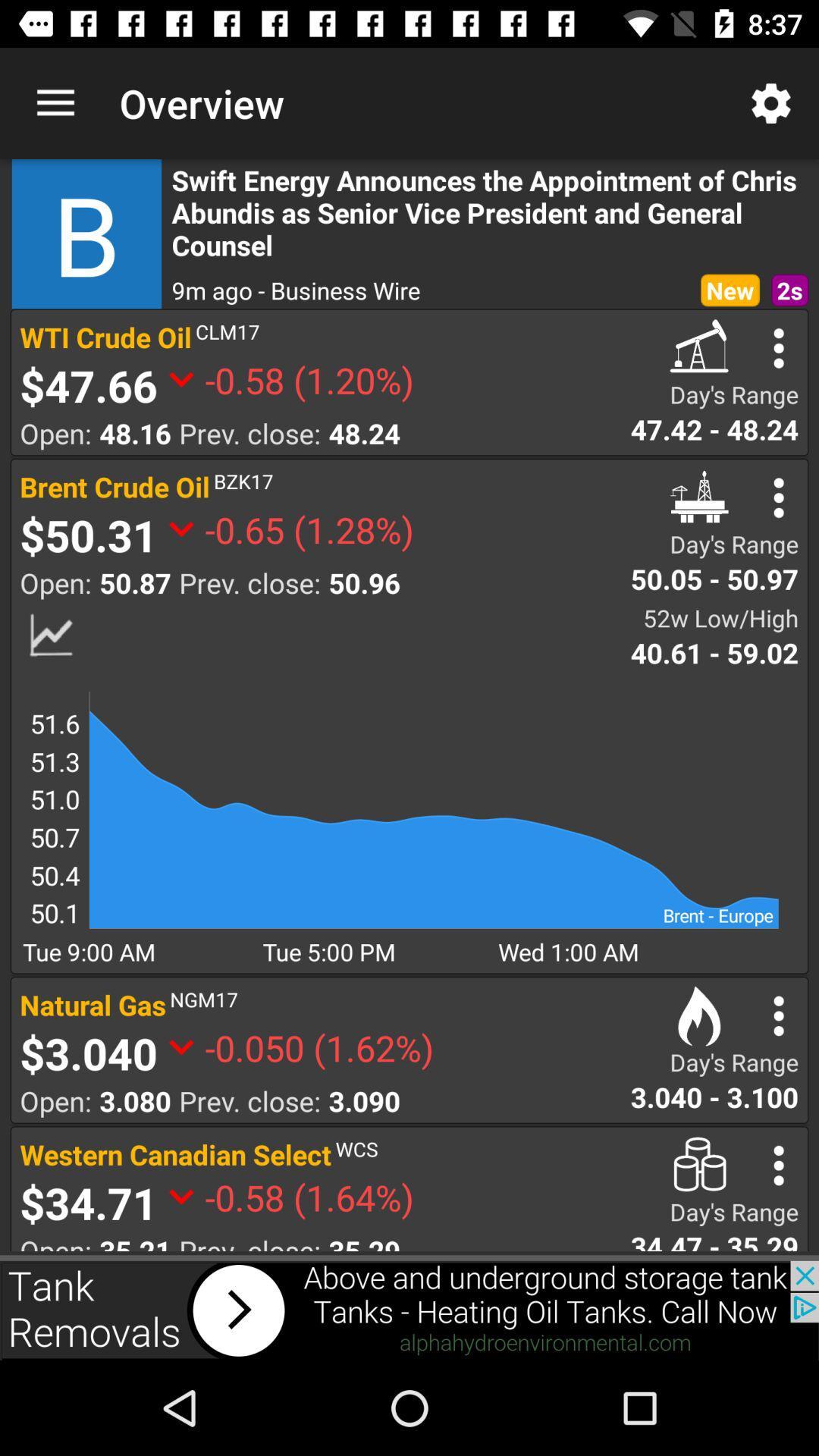 Image resolution: width=819 pixels, height=1456 pixels. Describe the element at coordinates (779, 1015) in the screenshot. I see `details` at that location.